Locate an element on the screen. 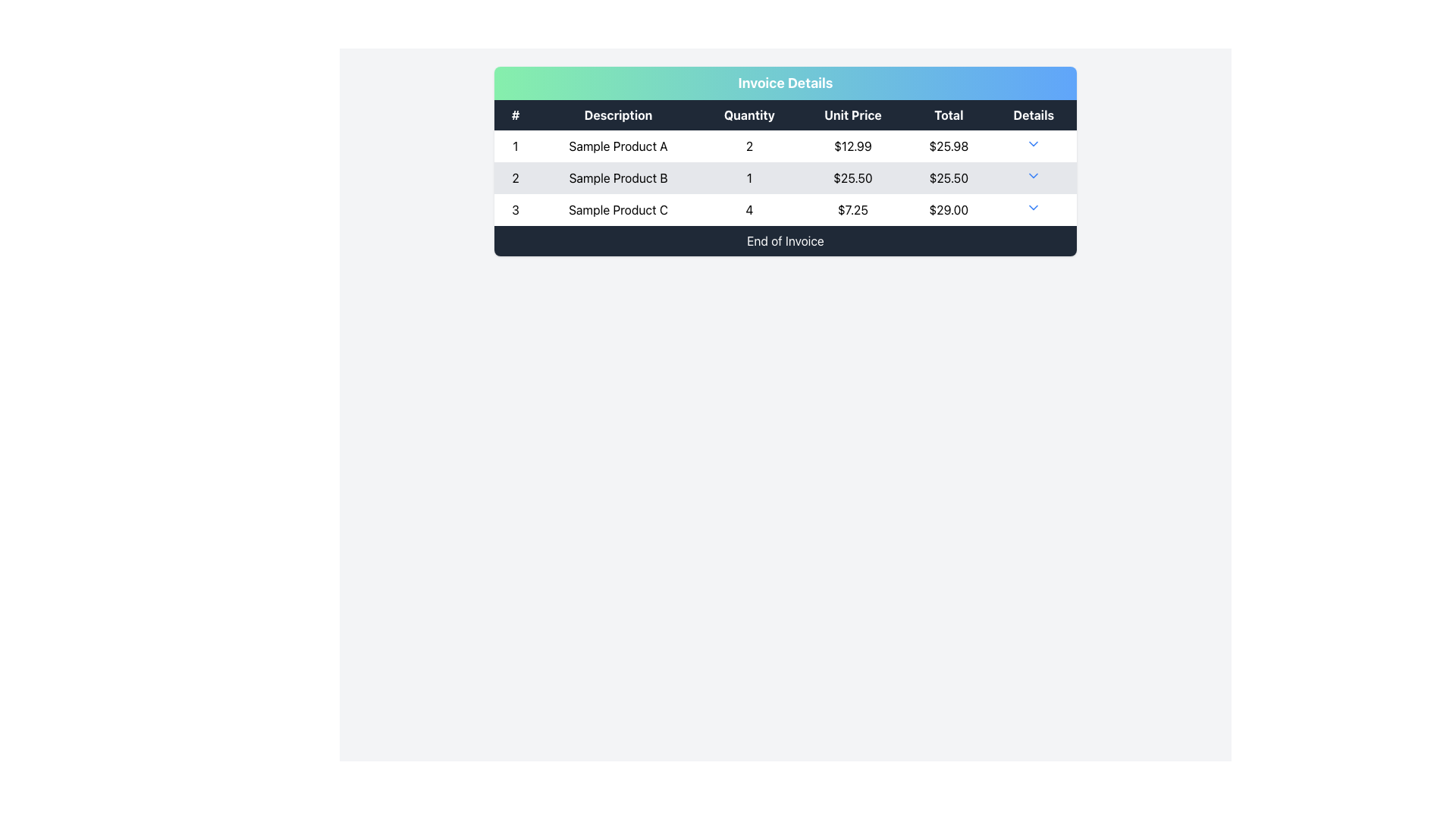 This screenshot has width=1456, height=819. text of the total price label in the first data row of the table under the 'Total' column, which is horizontally aligned with the unit price '$12.99' and vertically aligned with 'Sample Product A' is located at coordinates (948, 146).